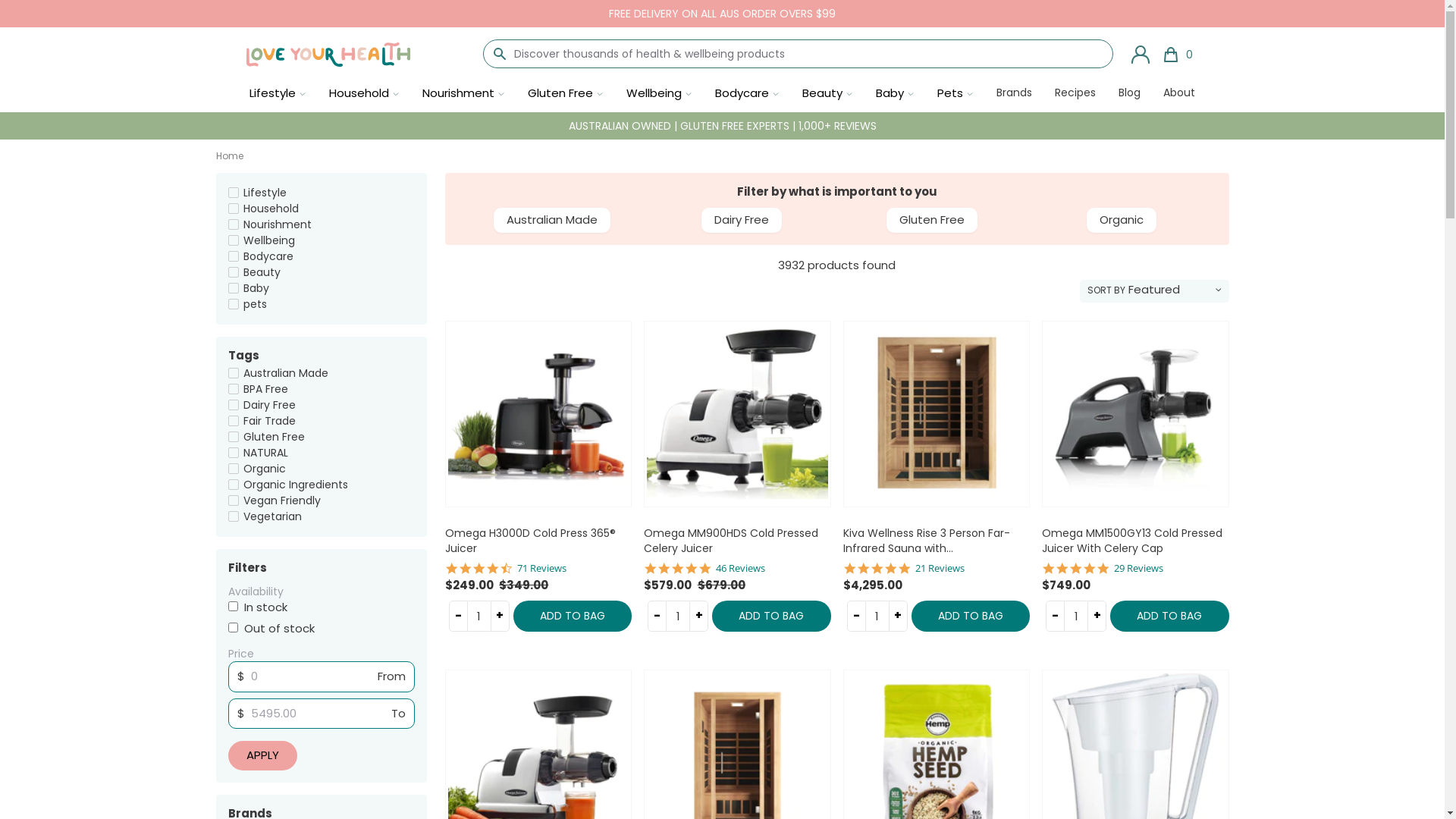 The image size is (1456, 819). What do you see at coordinates (1138, 568) in the screenshot?
I see `'29 Reviews'` at bounding box center [1138, 568].